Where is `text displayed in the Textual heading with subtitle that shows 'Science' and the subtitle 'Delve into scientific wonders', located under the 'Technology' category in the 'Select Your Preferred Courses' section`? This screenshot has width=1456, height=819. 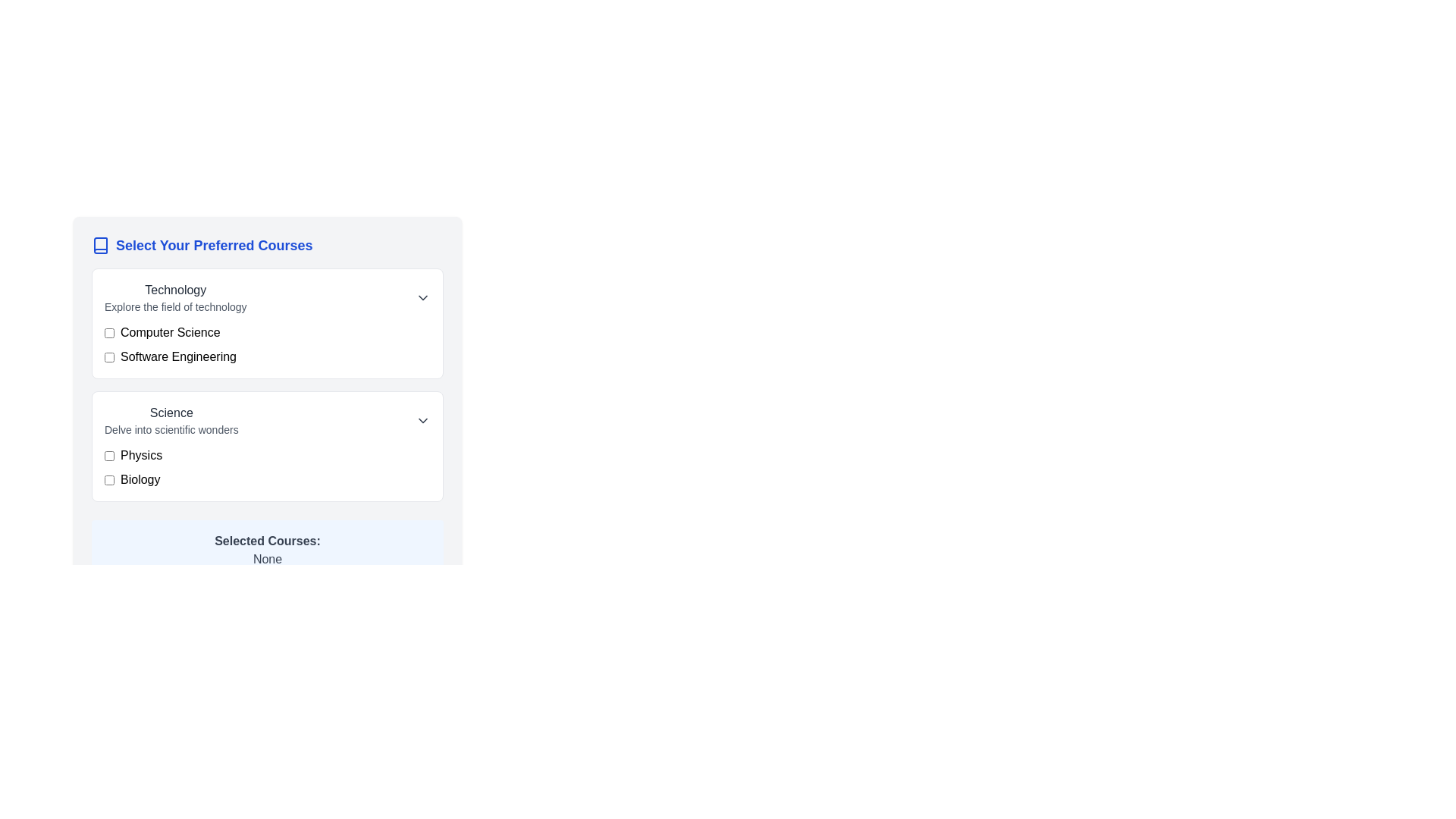
text displayed in the Textual heading with subtitle that shows 'Science' and the subtitle 'Delve into scientific wonders', located under the 'Technology' category in the 'Select Your Preferred Courses' section is located at coordinates (171, 421).